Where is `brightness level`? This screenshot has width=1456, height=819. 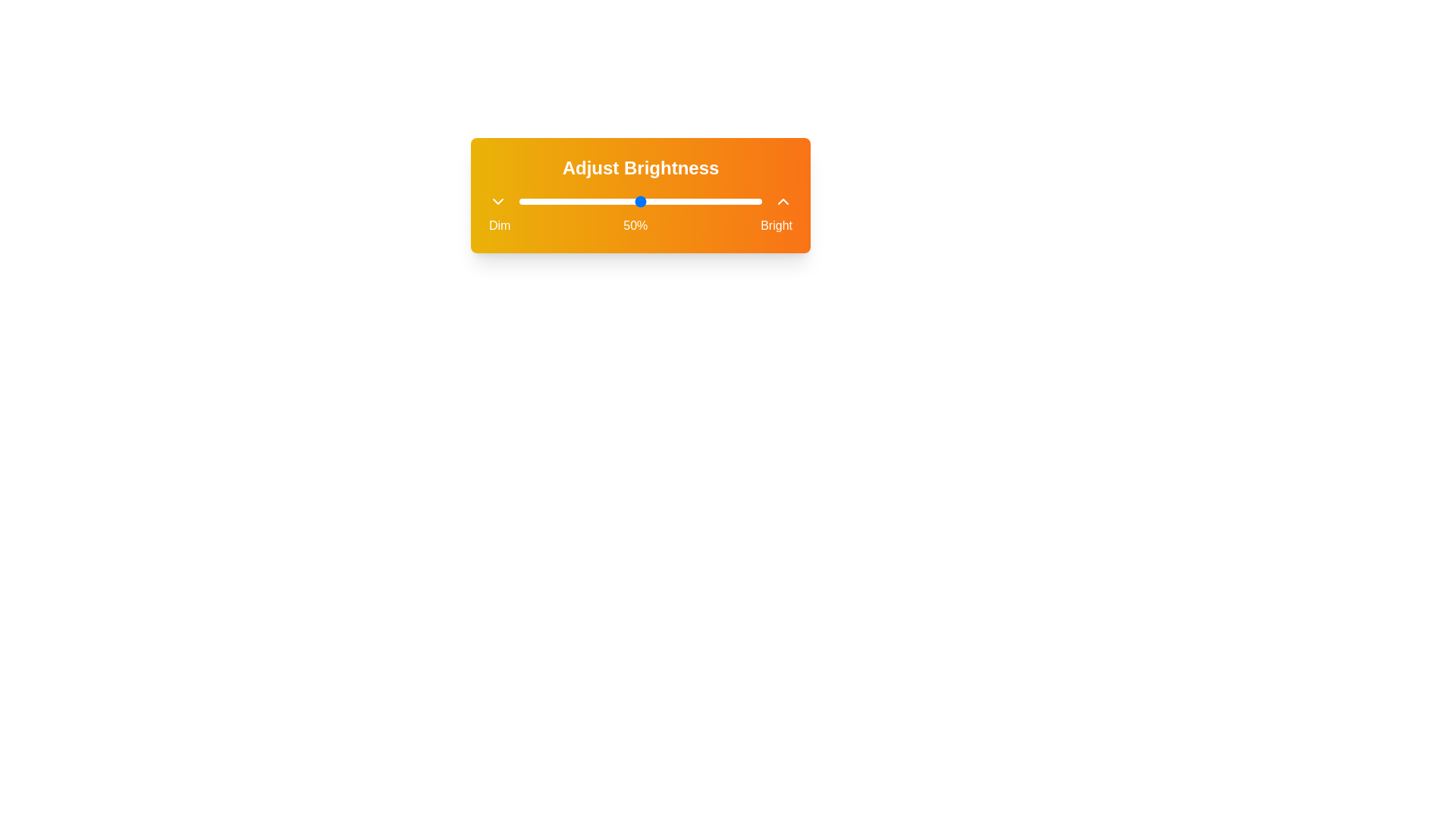
brightness level is located at coordinates (524, 201).